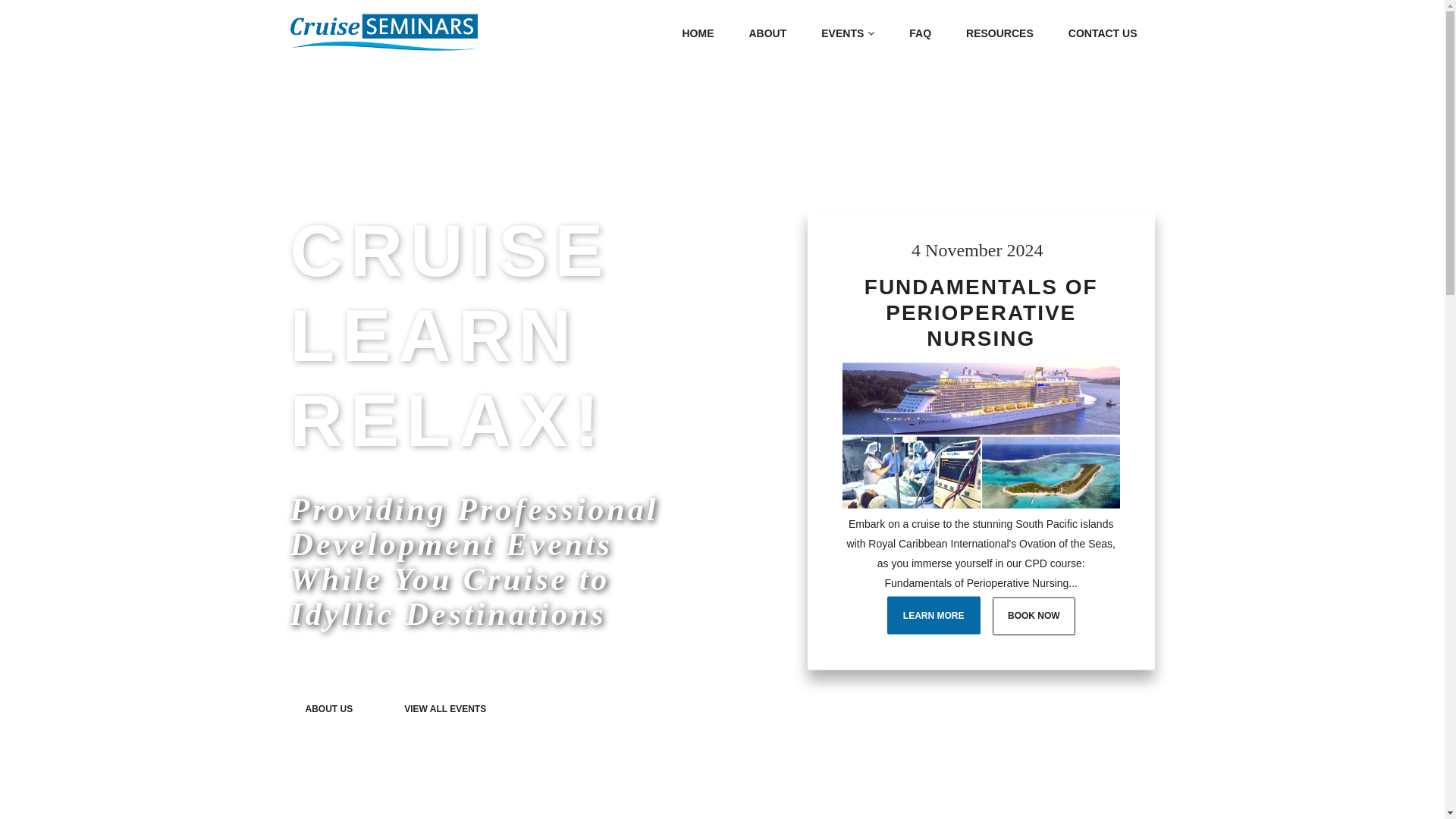  Describe the element at coordinates (887, 614) in the screenshot. I see `'LEARN MORE'` at that location.